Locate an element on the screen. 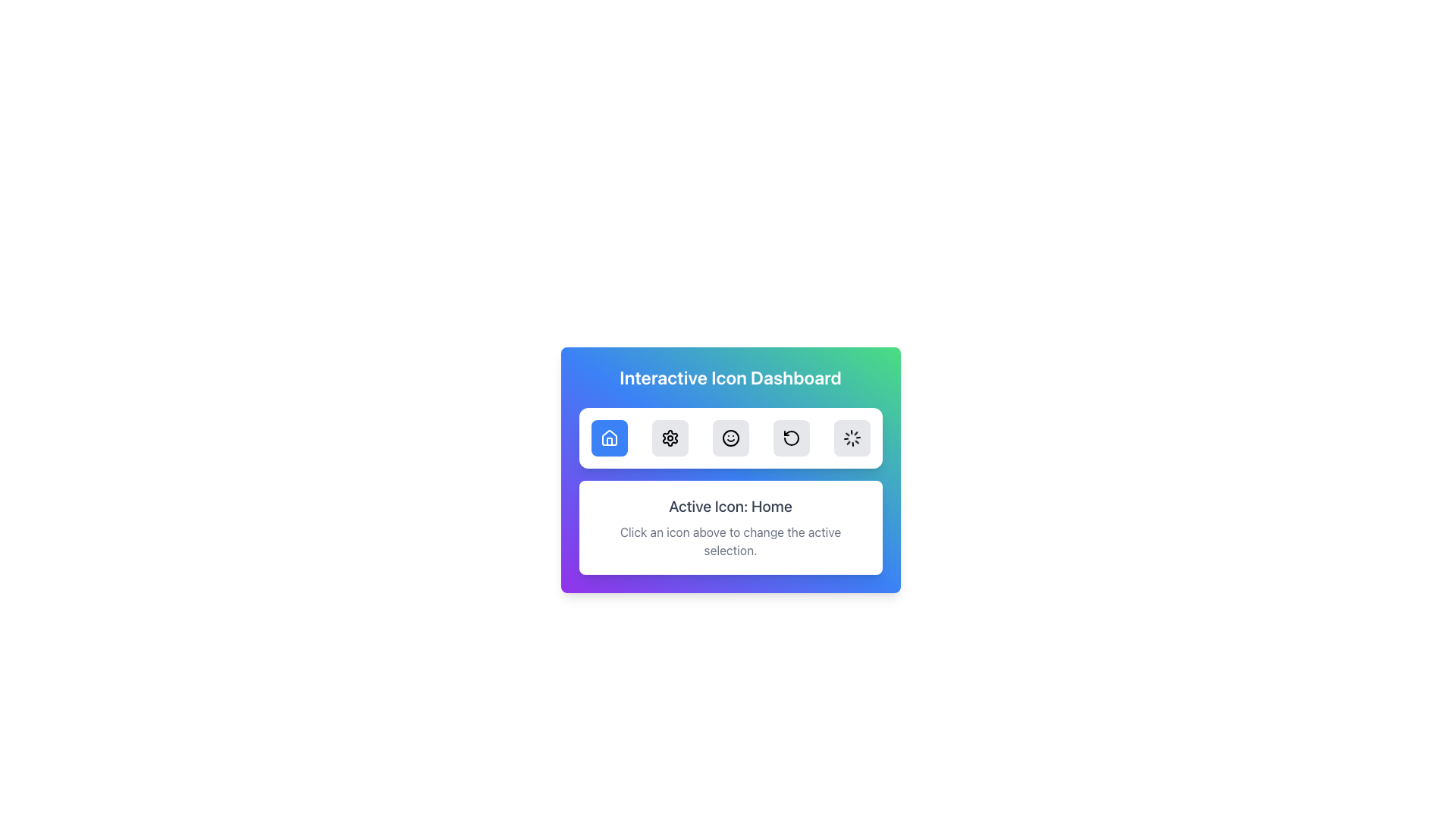 This screenshot has height=819, width=1456. the settings icon button, which is the second icon in the top row of the Interactive Icon Dashboard is located at coordinates (669, 438).